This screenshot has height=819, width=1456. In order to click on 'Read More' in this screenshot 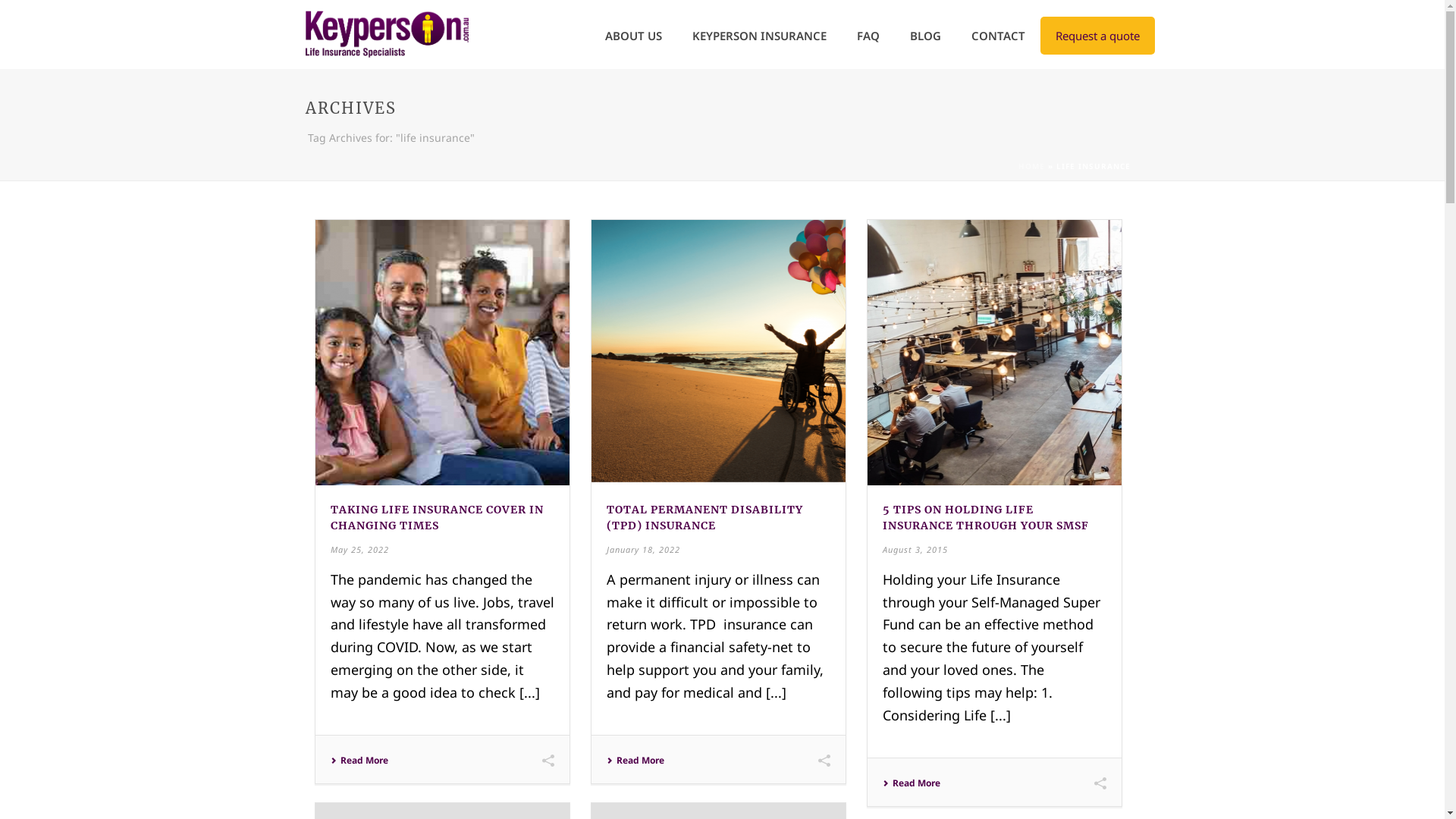, I will do `click(359, 760)`.